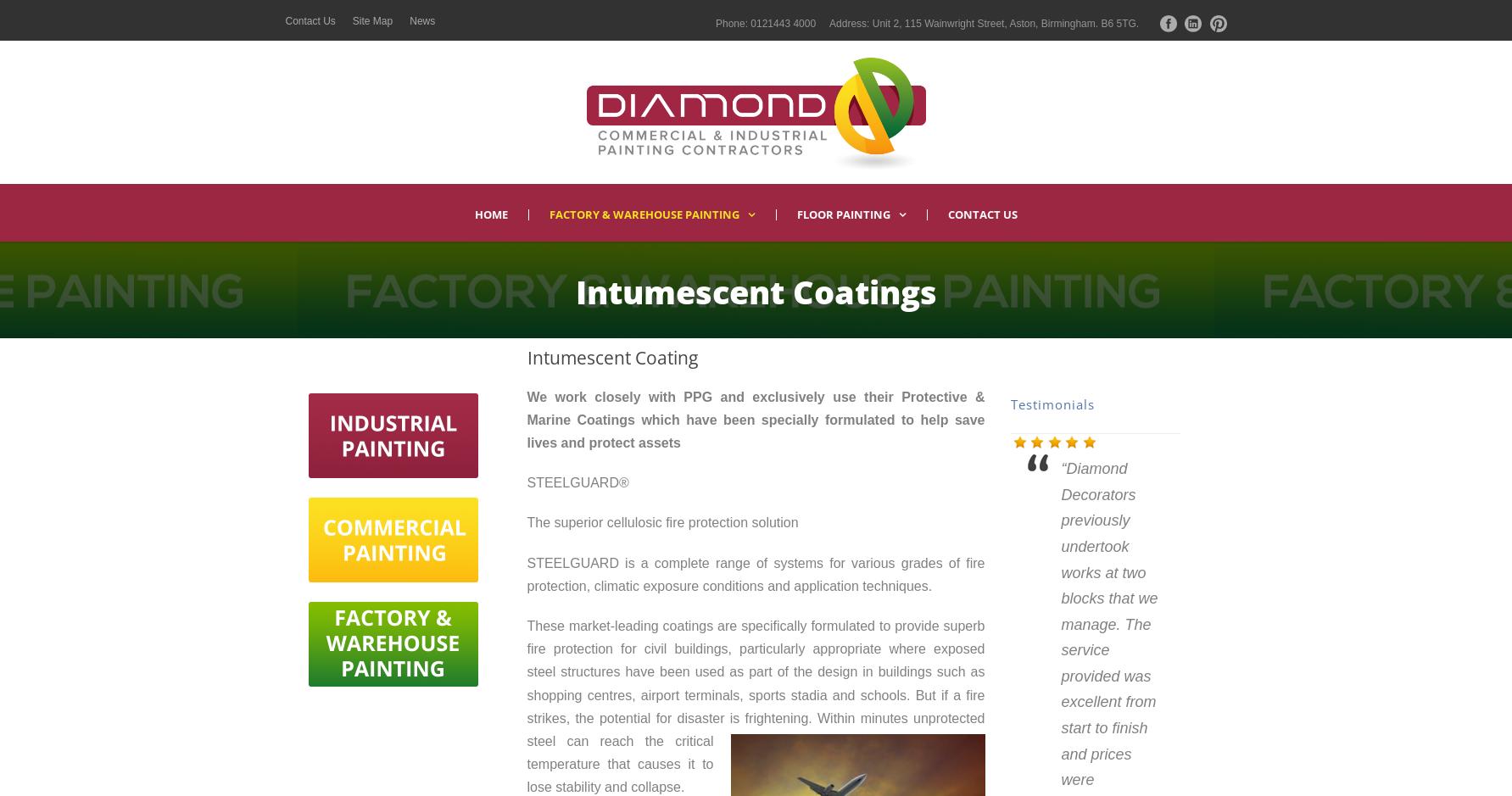 This screenshot has height=796, width=1512. What do you see at coordinates (755, 574) in the screenshot?
I see `'STEELGUARD is a complete range of systems for various grades of fire protection, climatic exposure conditions and application techniques.'` at bounding box center [755, 574].